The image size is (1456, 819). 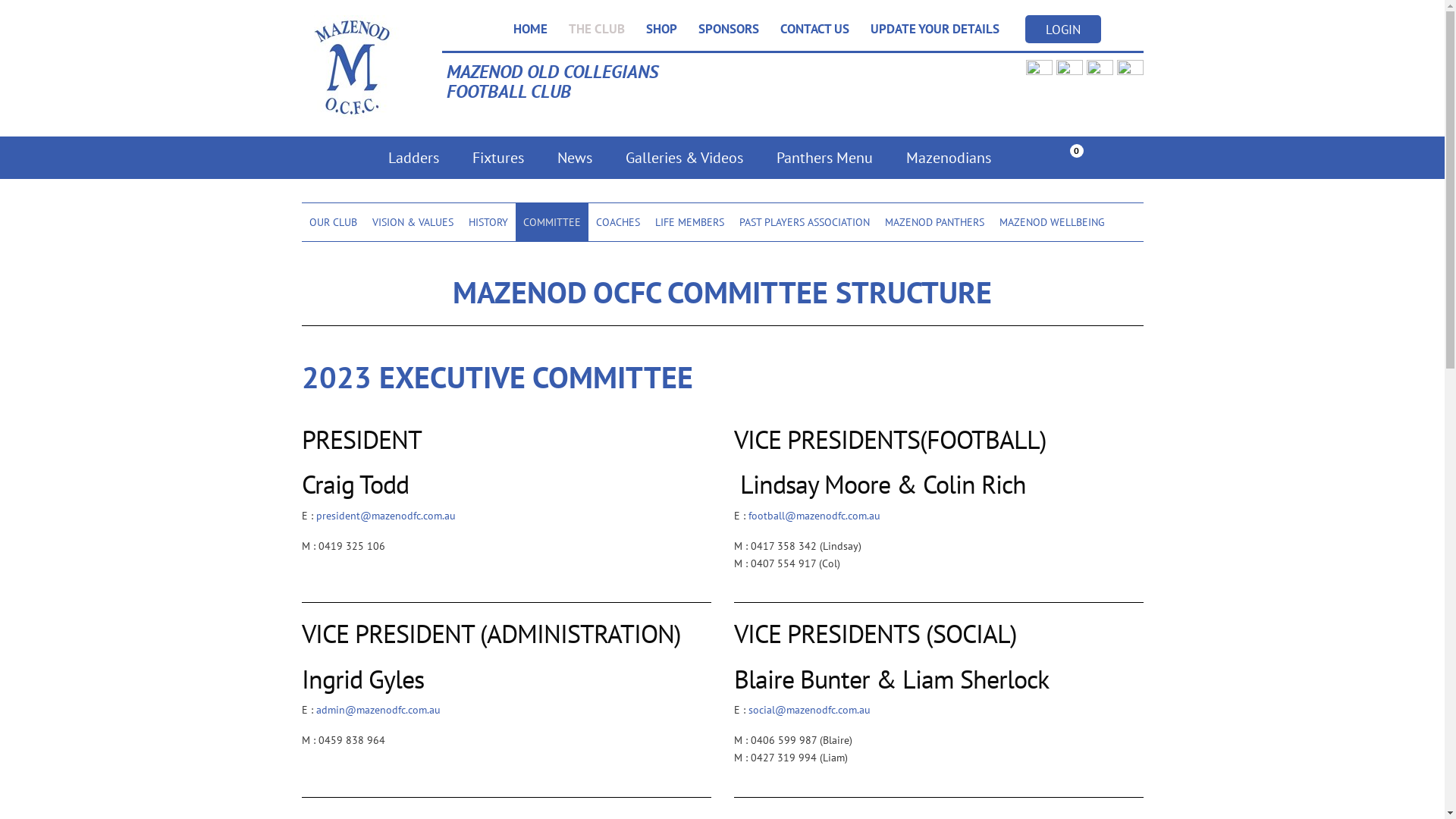 I want to click on 'UPDATE YOUR DETAILS', so click(x=934, y=29).